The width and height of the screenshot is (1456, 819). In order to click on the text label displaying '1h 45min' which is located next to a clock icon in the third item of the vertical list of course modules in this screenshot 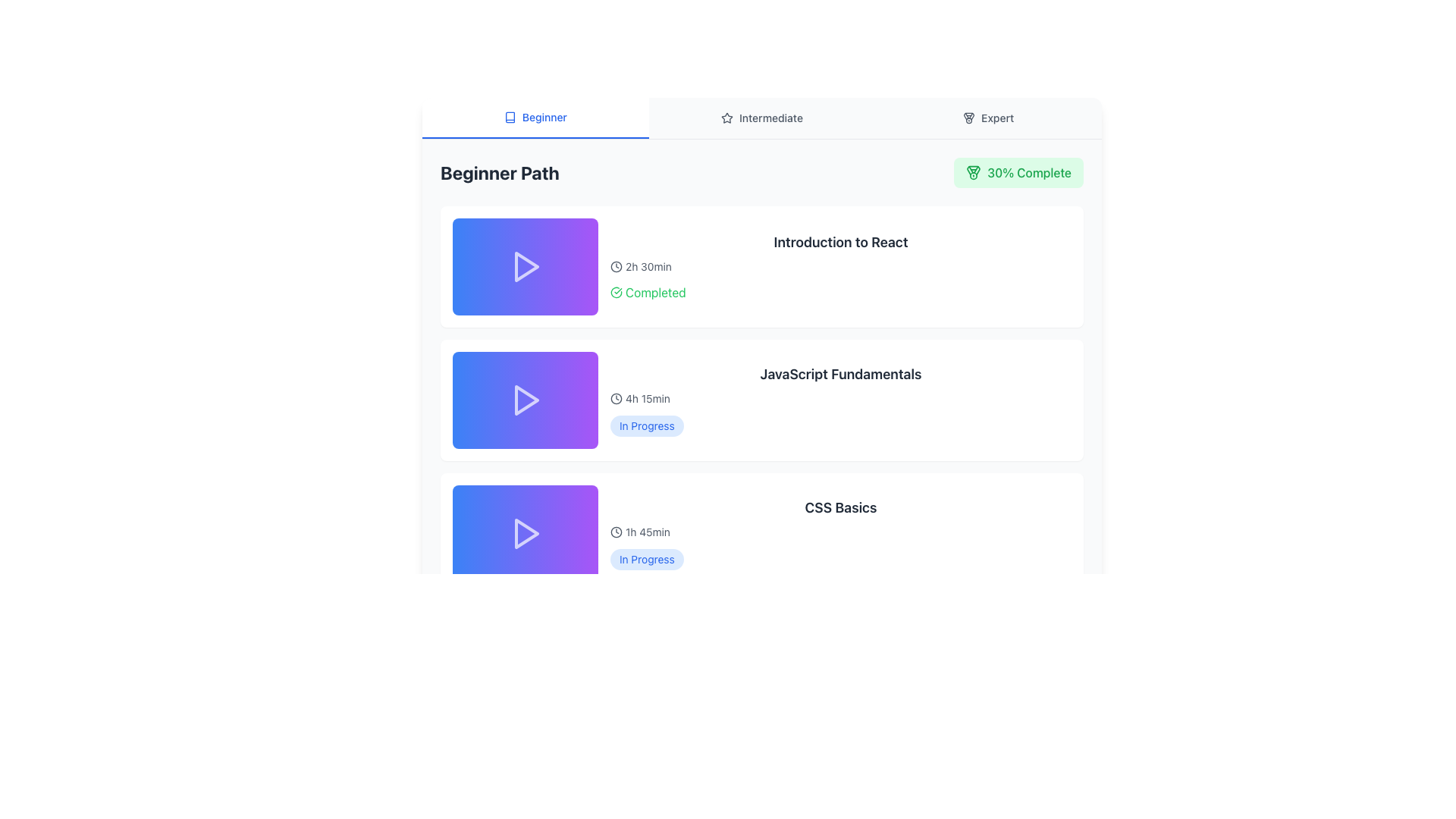, I will do `click(648, 532)`.